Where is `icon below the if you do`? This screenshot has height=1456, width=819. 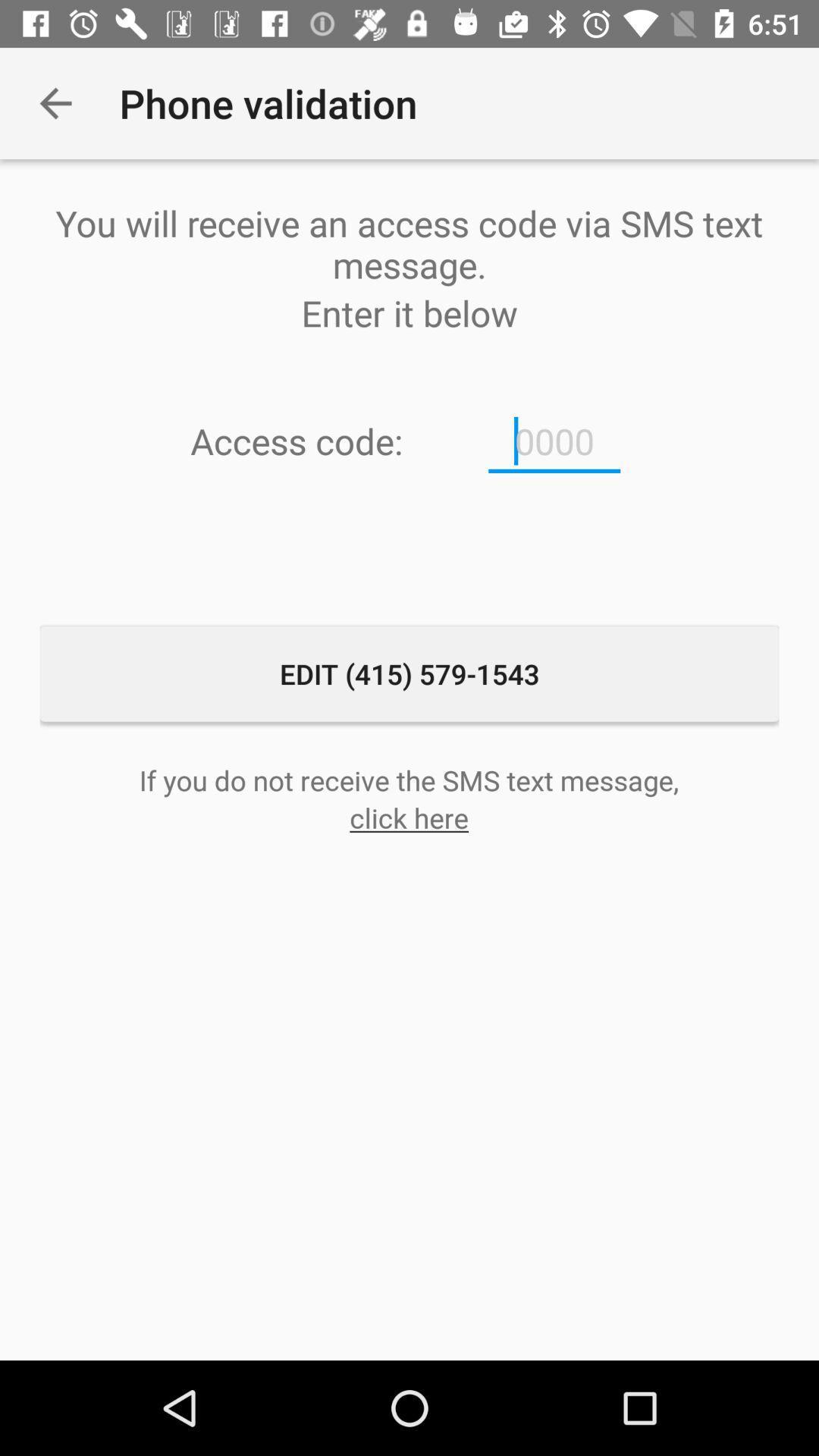 icon below the if you do is located at coordinates (408, 817).